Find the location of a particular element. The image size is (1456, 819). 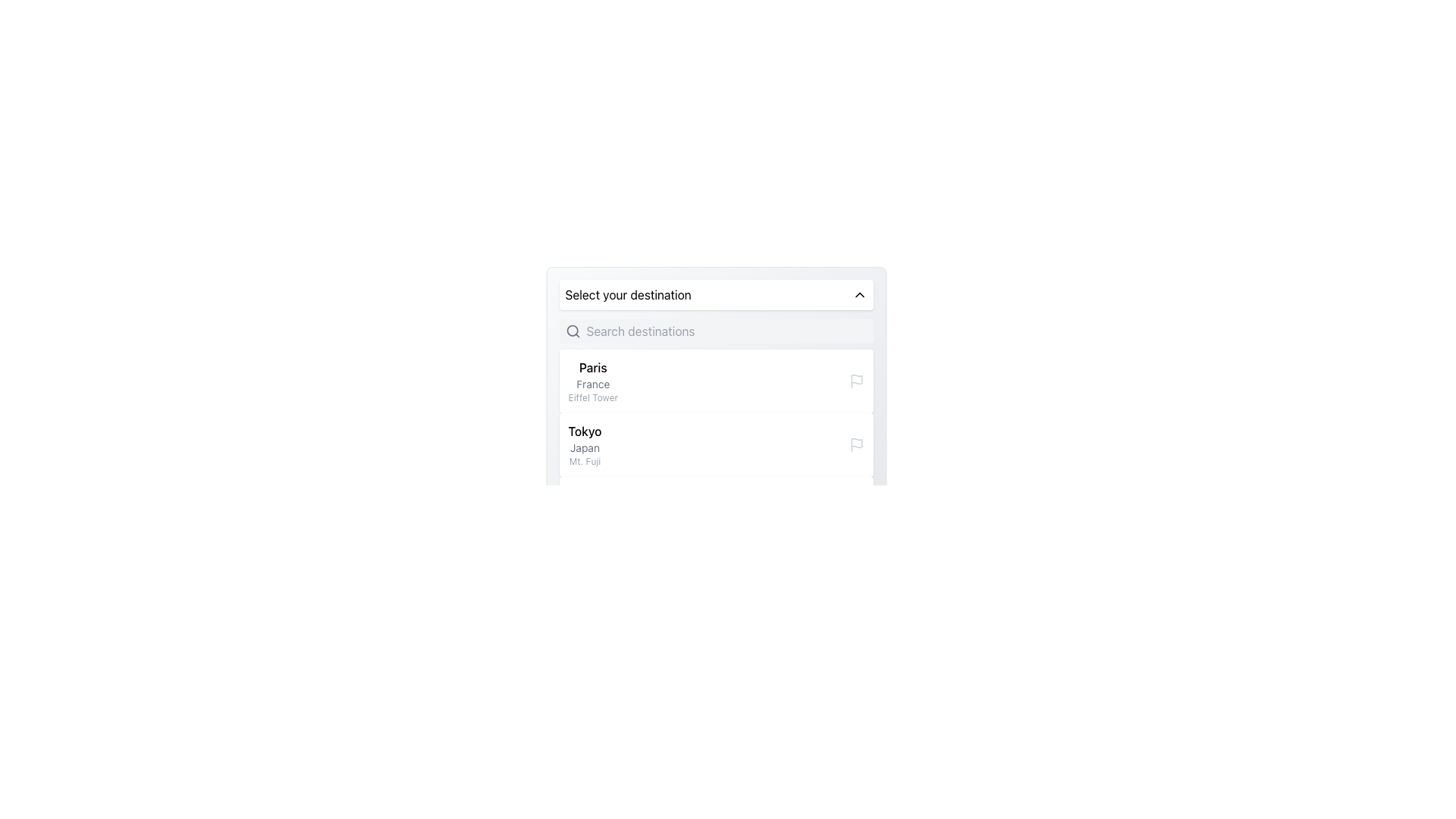

the text-based information card displaying 'Paris', which is the first item in the list under the selection box titled 'Select your destination' is located at coordinates (592, 380).